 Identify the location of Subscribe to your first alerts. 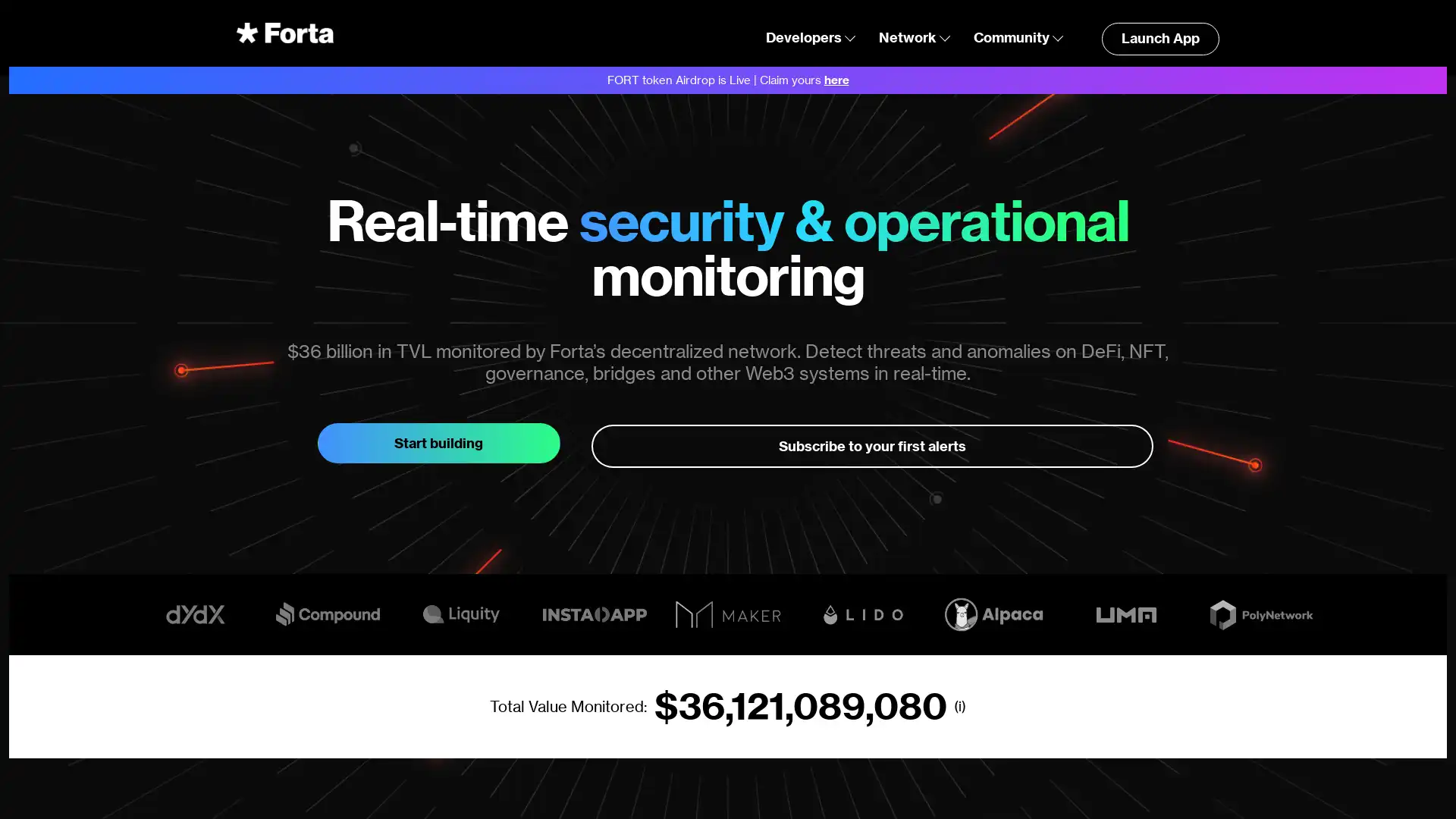
(874, 442).